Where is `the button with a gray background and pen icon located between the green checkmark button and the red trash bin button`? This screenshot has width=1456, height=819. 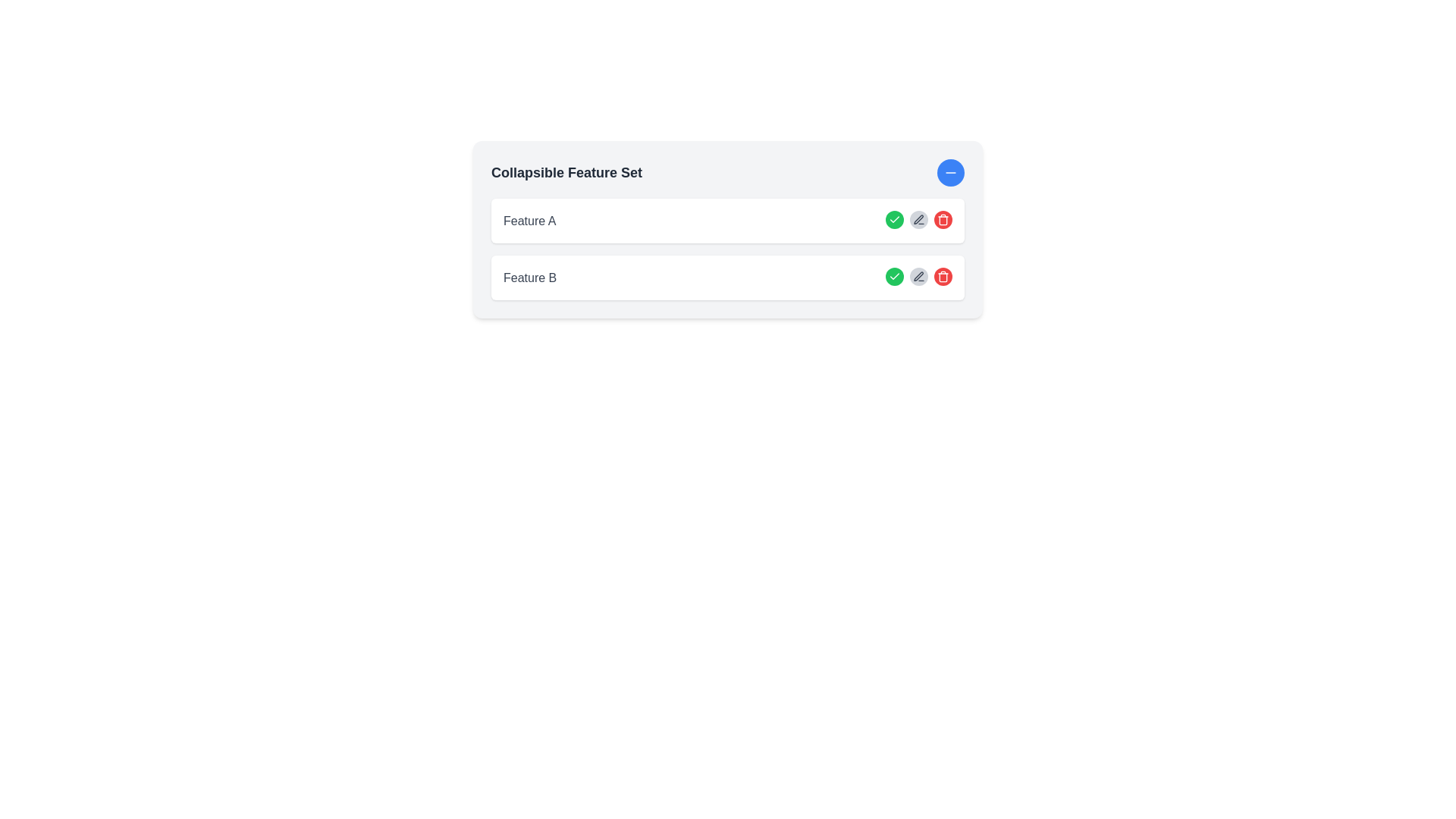 the button with a gray background and pen icon located between the green checkmark button and the red trash bin button is located at coordinates (918, 221).